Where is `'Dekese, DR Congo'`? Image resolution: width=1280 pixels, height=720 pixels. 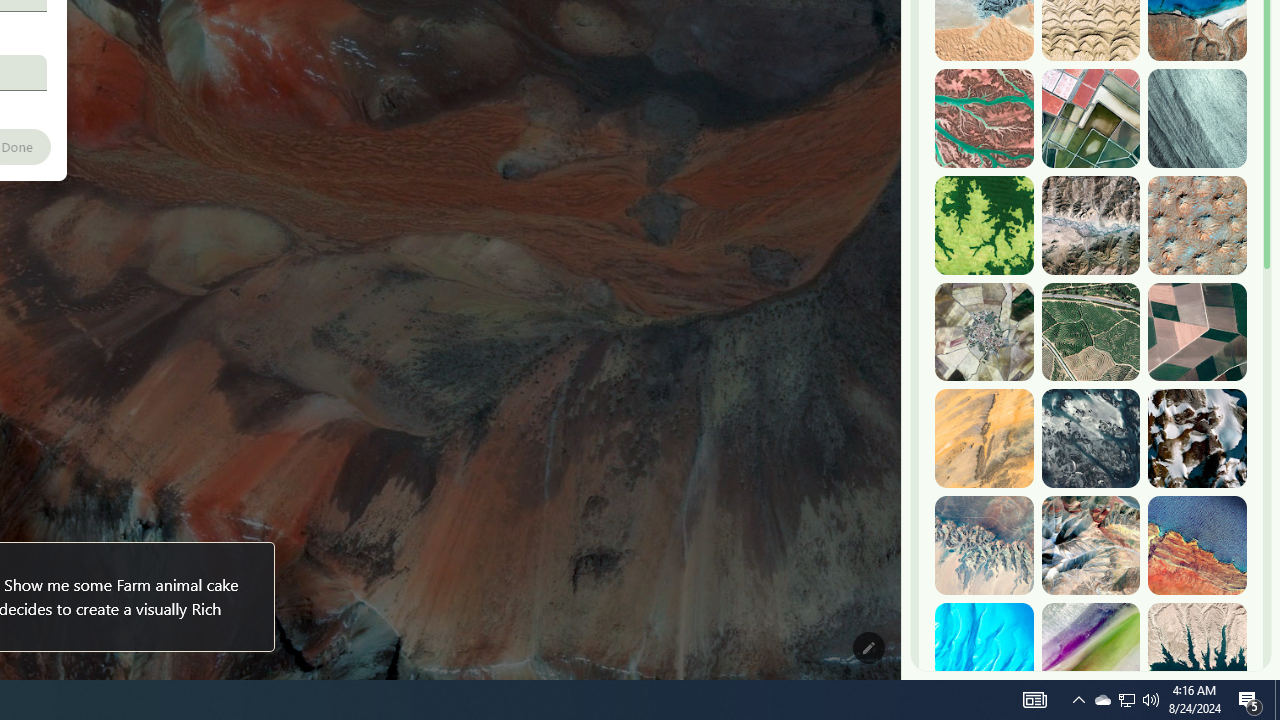 'Dekese, DR Congo' is located at coordinates (984, 225).